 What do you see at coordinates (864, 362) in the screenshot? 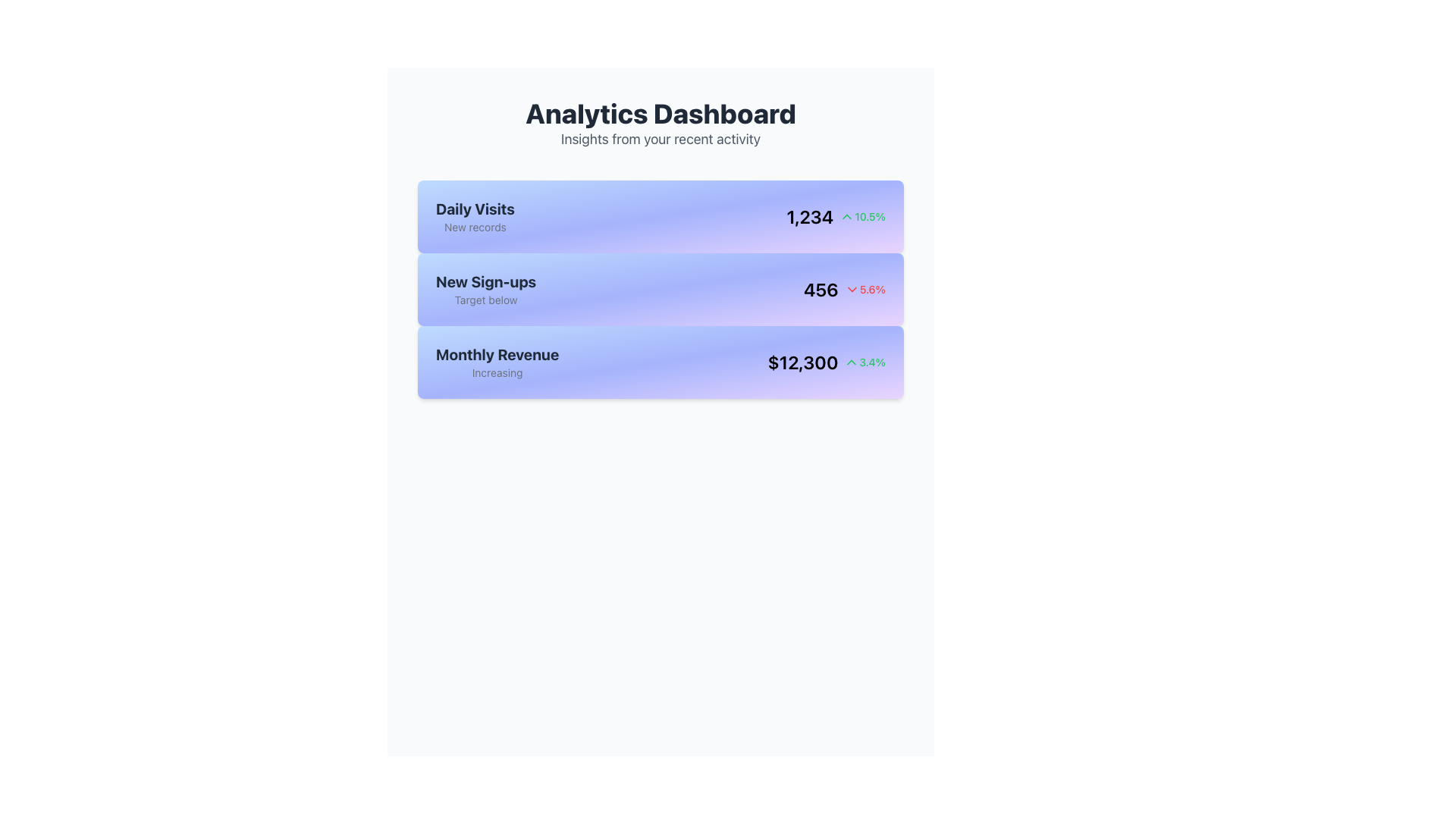
I see `the 'percentage change in revenue' text within the 'Monthly Revenue' card` at bounding box center [864, 362].